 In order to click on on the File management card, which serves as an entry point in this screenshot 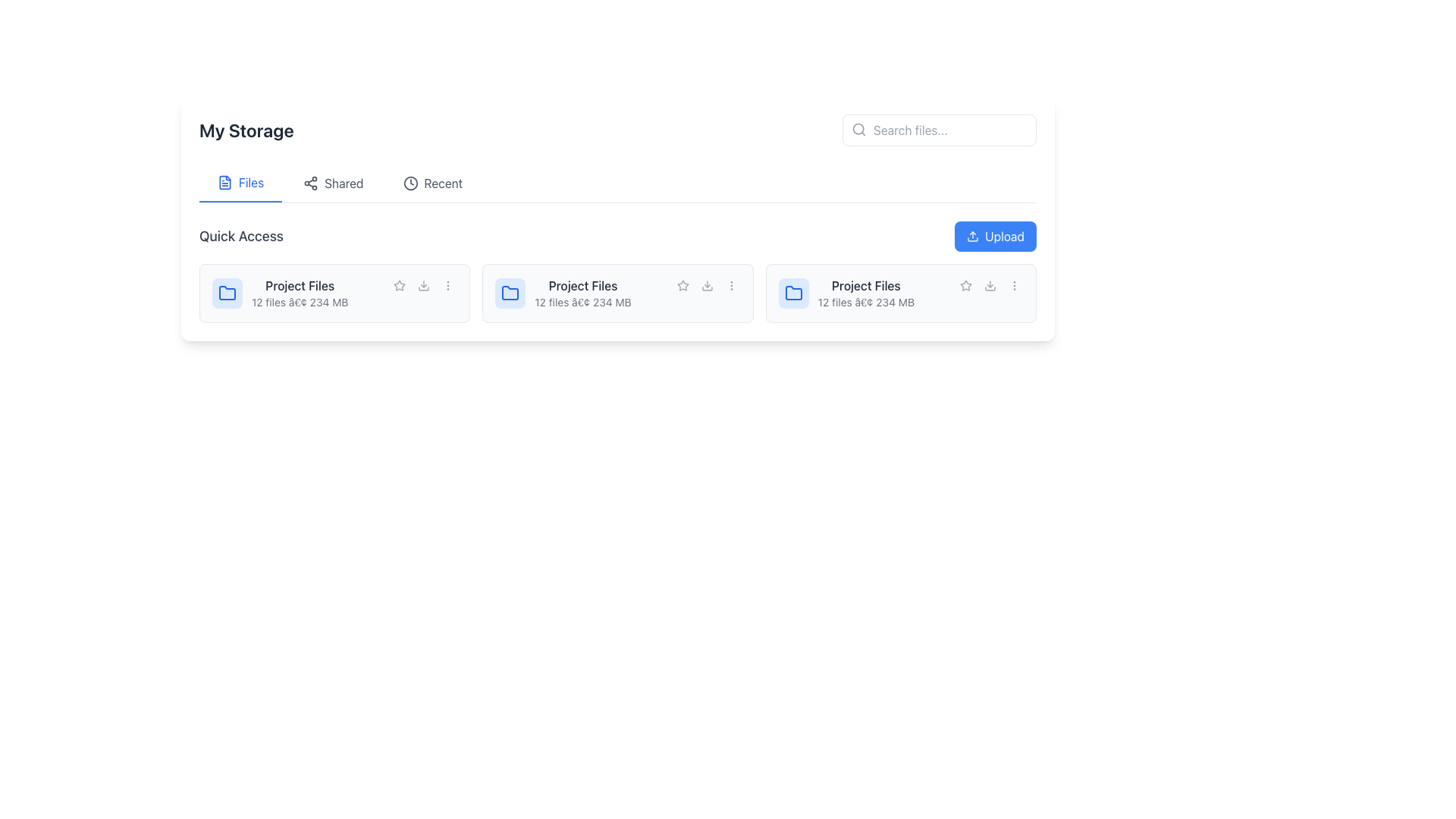, I will do `click(334, 293)`.